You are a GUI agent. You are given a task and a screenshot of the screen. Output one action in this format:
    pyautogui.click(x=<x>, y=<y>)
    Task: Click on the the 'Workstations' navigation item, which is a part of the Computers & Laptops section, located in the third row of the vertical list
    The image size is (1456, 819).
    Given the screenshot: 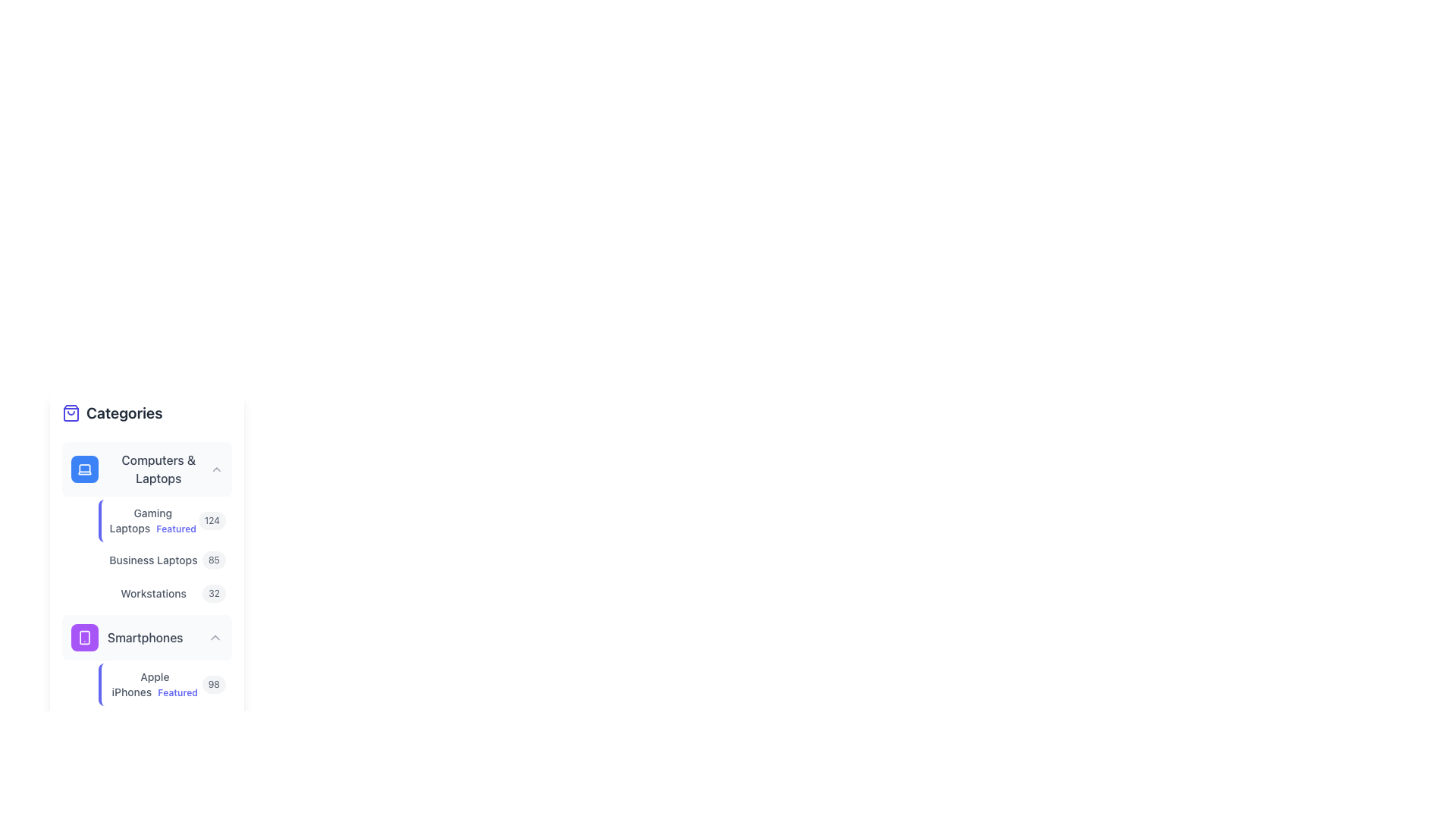 What is the action you would take?
    pyautogui.click(x=165, y=593)
    